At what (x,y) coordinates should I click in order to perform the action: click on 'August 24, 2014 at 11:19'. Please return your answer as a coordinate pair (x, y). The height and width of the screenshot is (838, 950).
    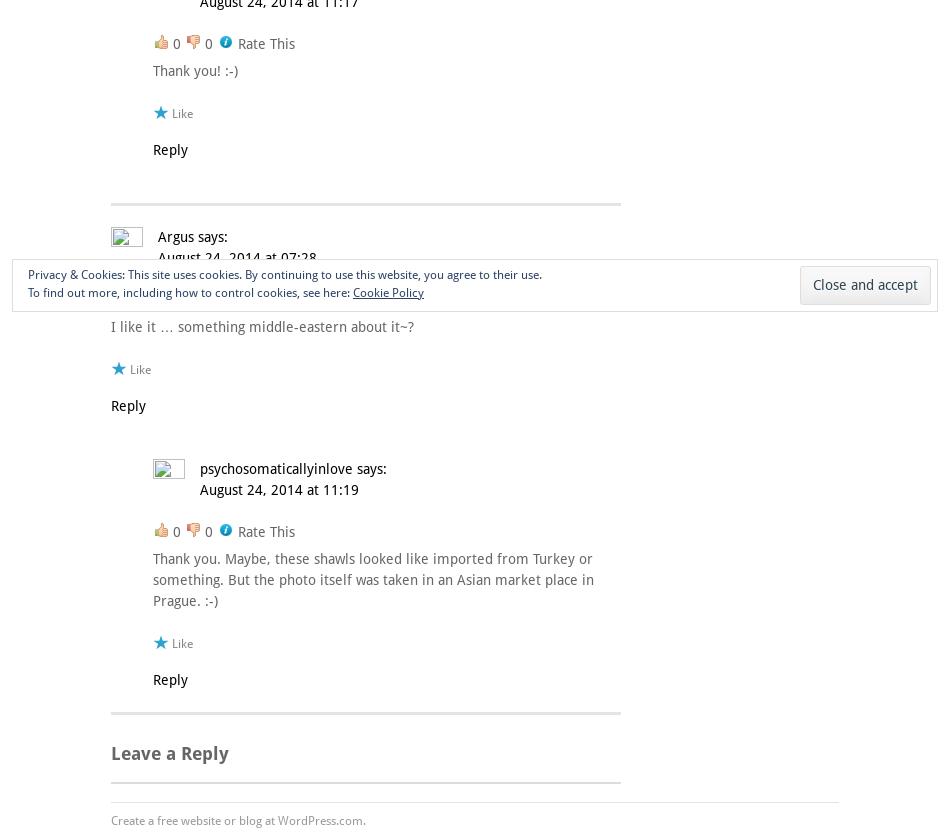
    Looking at the image, I should click on (278, 488).